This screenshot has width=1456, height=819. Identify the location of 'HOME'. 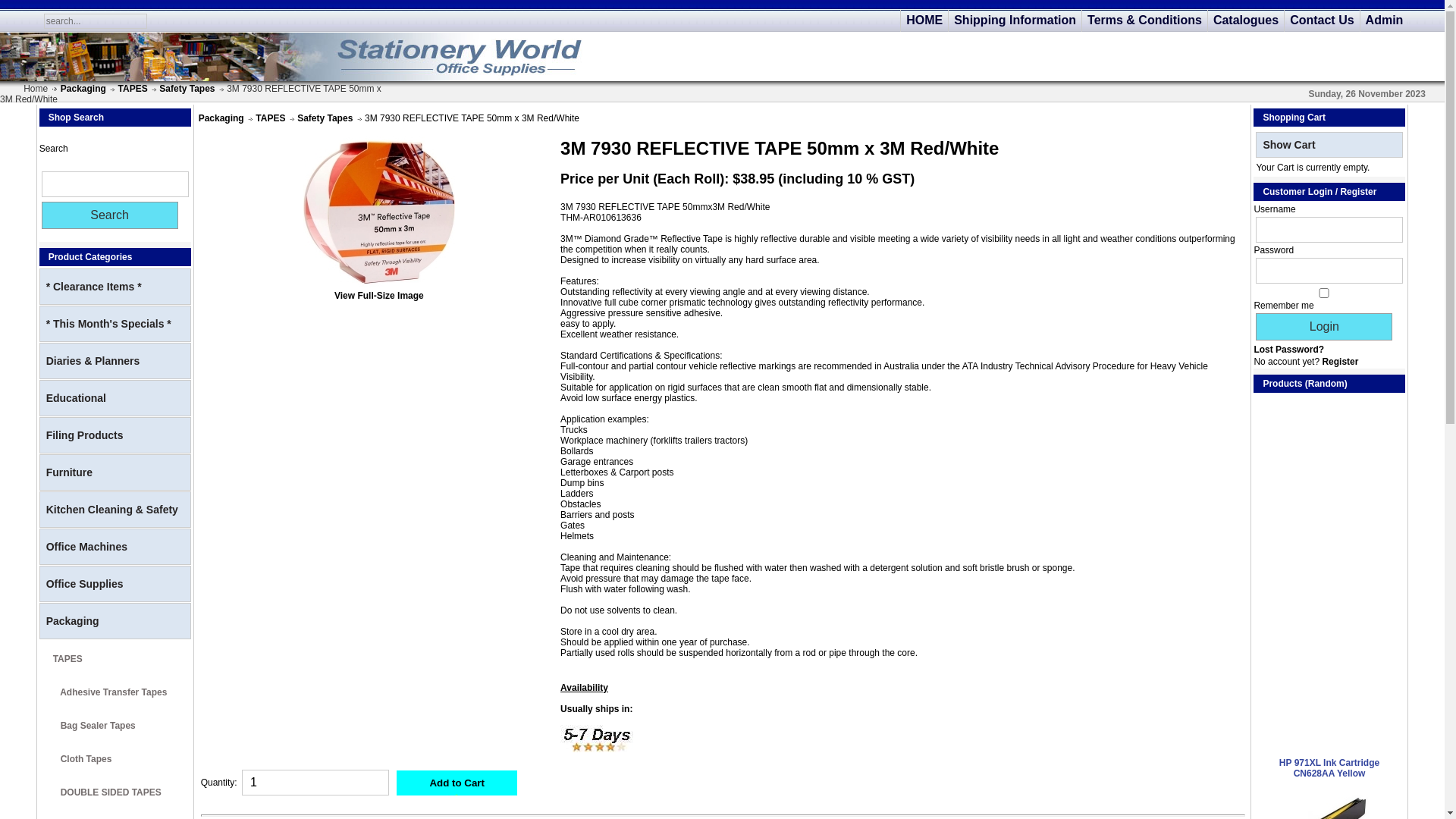
(924, 20).